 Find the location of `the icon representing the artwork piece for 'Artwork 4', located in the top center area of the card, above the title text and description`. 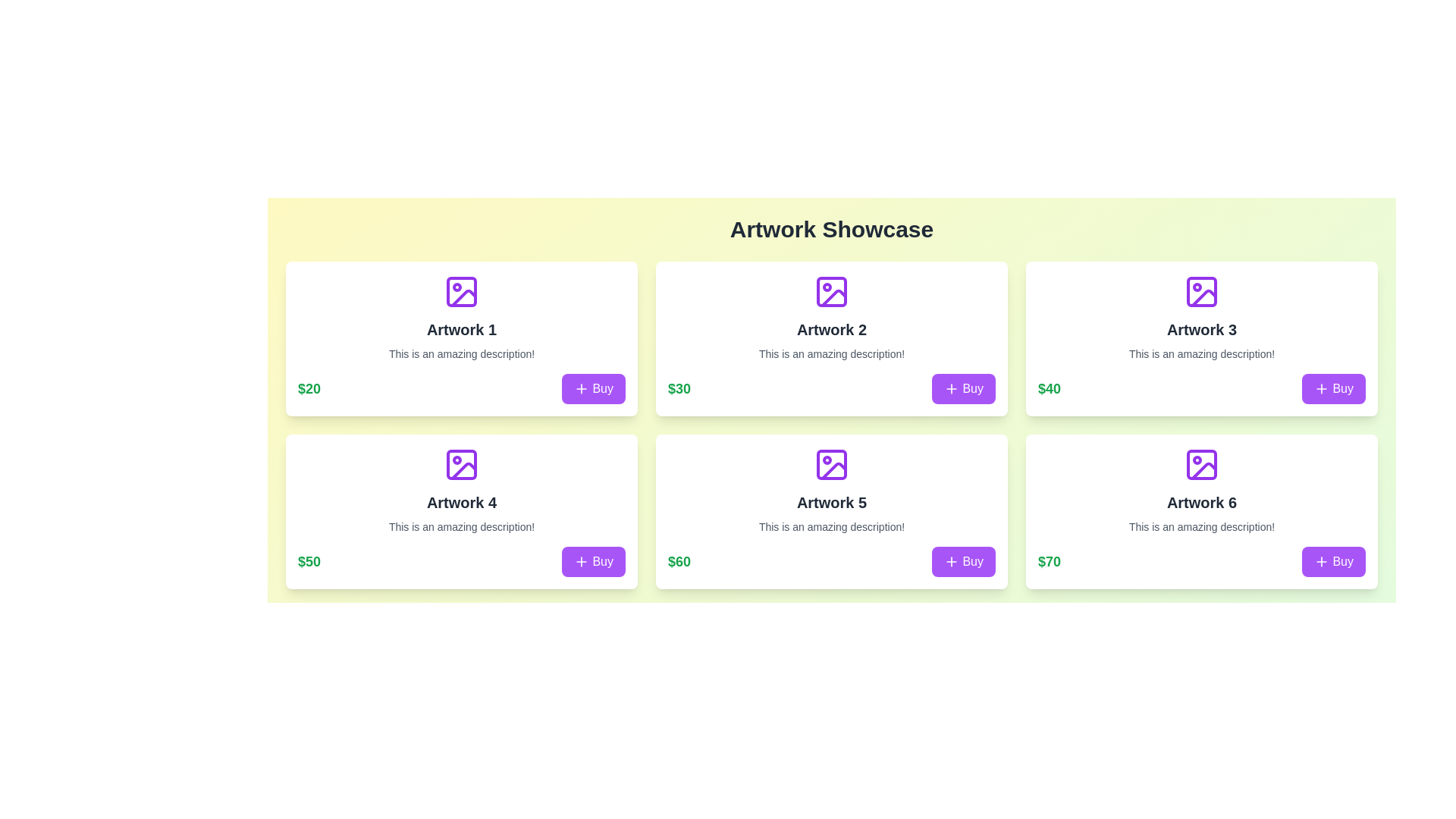

the icon representing the artwork piece for 'Artwork 4', located in the top center area of the card, above the title text and description is located at coordinates (461, 464).